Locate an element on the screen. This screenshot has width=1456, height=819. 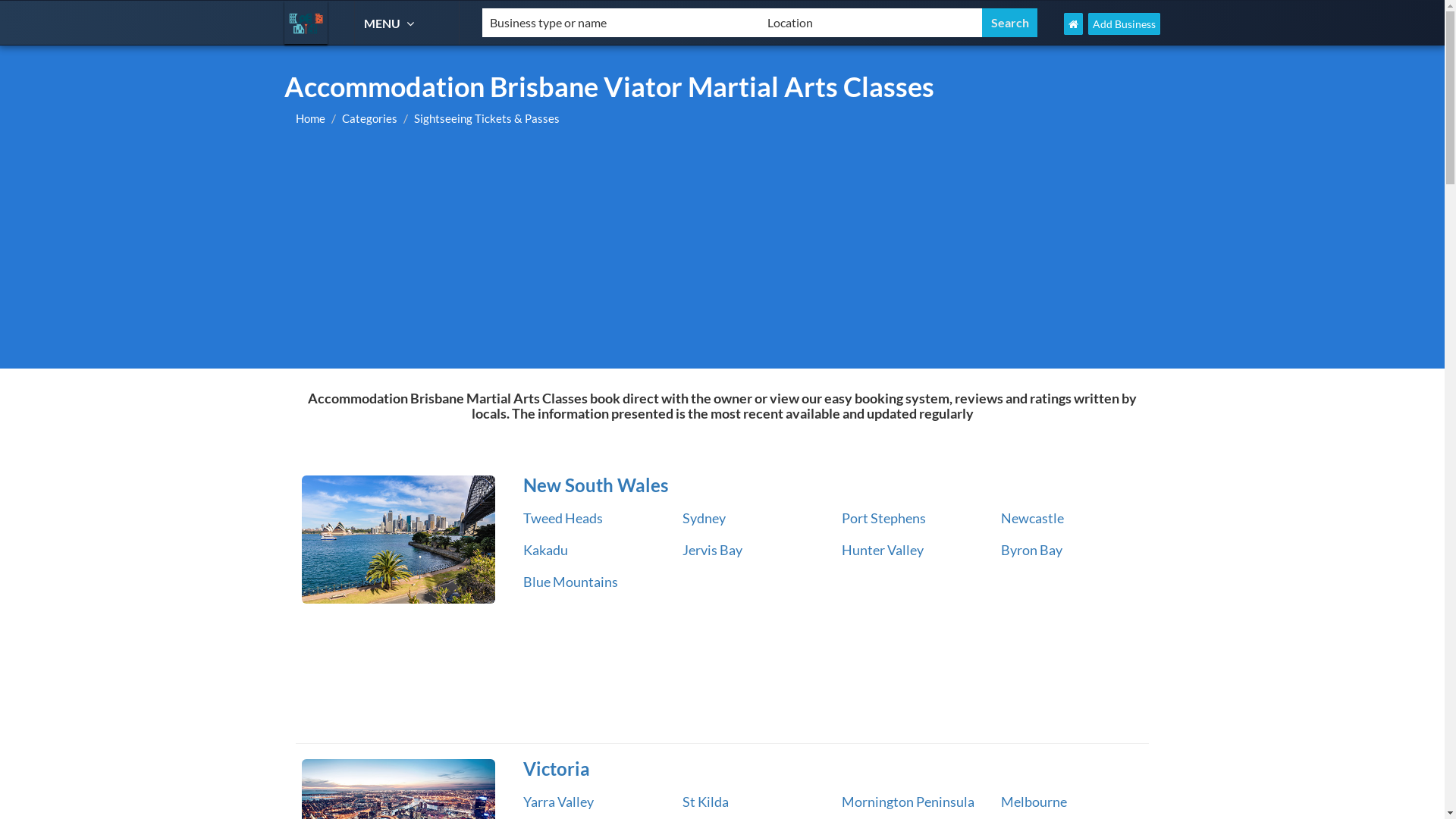
'Melbourne' is located at coordinates (1033, 800).